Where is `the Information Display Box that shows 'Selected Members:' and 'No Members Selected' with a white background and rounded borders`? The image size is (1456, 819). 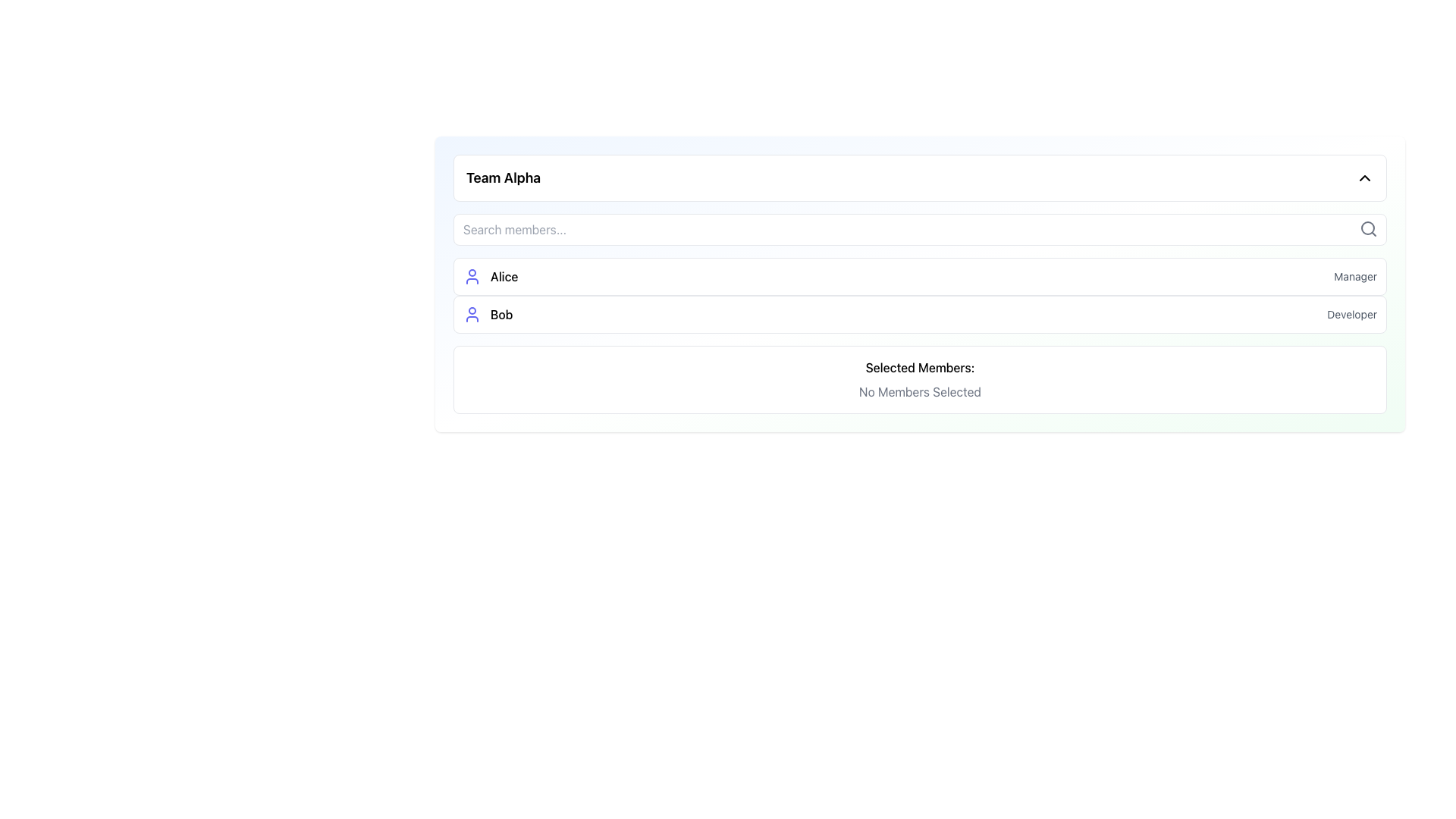
the Information Display Box that shows 'Selected Members:' and 'No Members Selected' with a white background and rounded borders is located at coordinates (919, 379).